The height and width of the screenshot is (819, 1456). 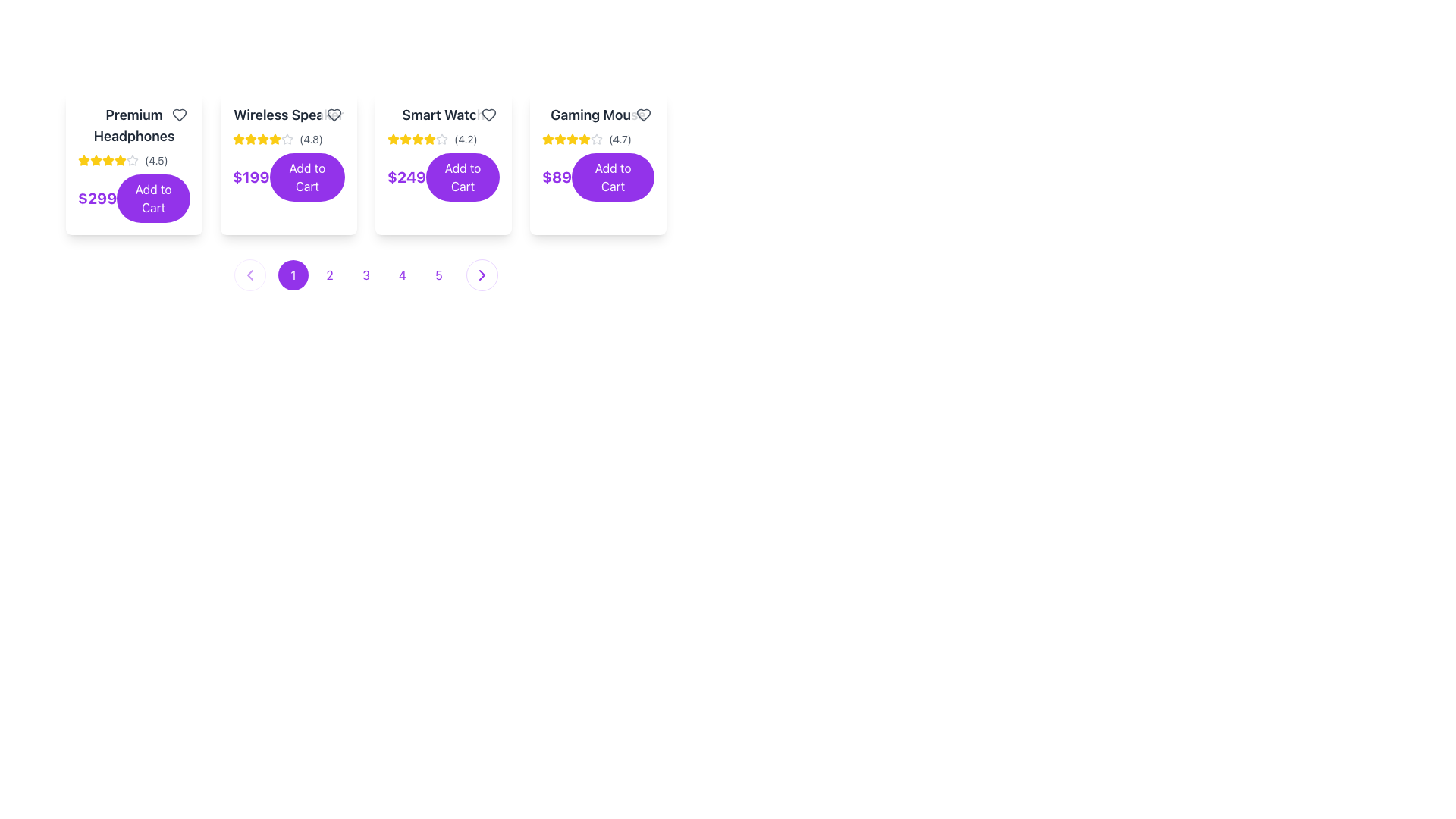 What do you see at coordinates (481, 275) in the screenshot?
I see `the purple circular button with a rightward pointing chevron icon, which is part of the pagination system located at the bottom center of the interface` at bounding box center [481, 275].